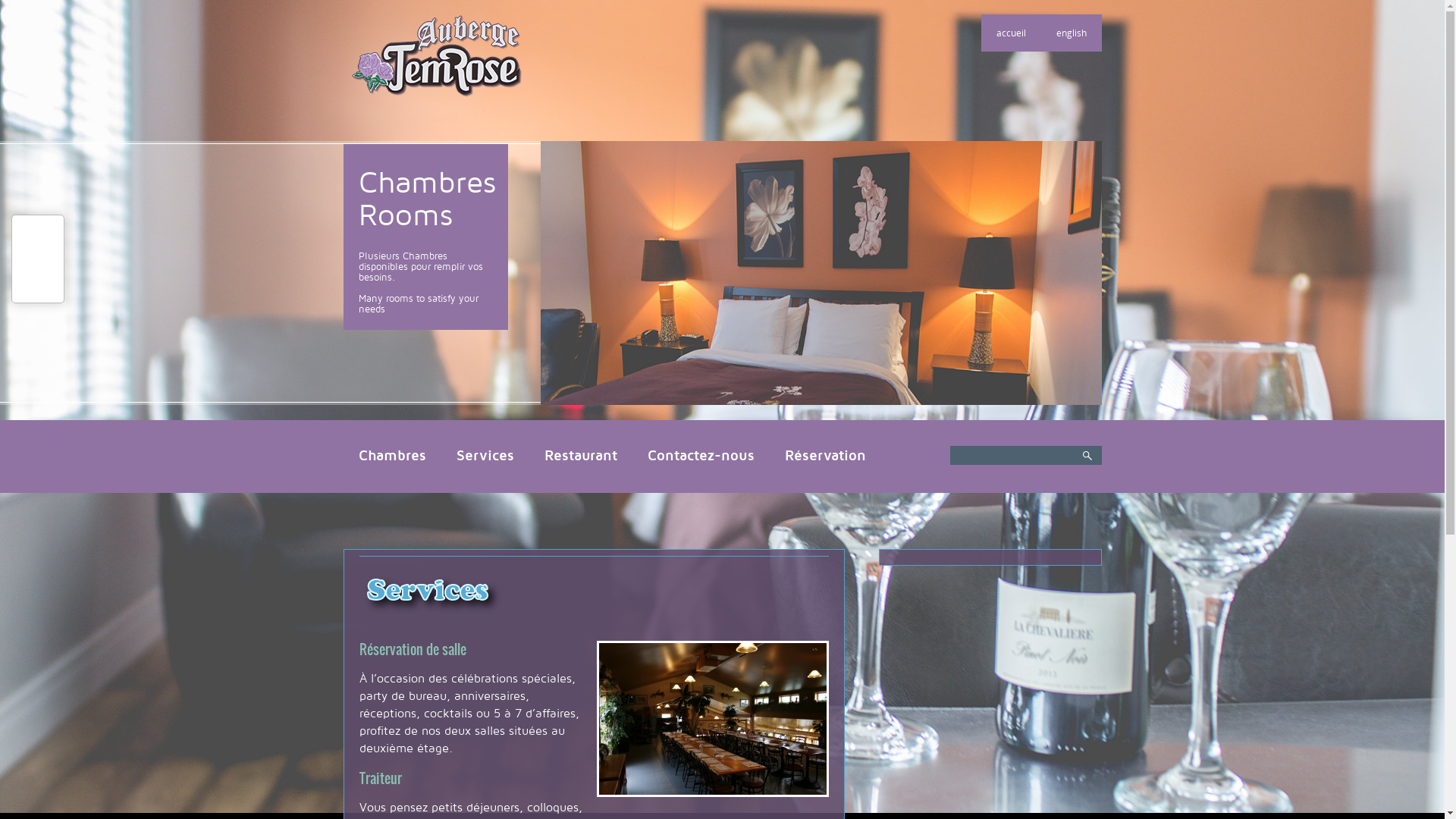 The height and width of the screenshot is (819, 1456). Describe the element at coordinates (436, 55) in the screenshot. I see `'Auberge TemRose'` at that location.